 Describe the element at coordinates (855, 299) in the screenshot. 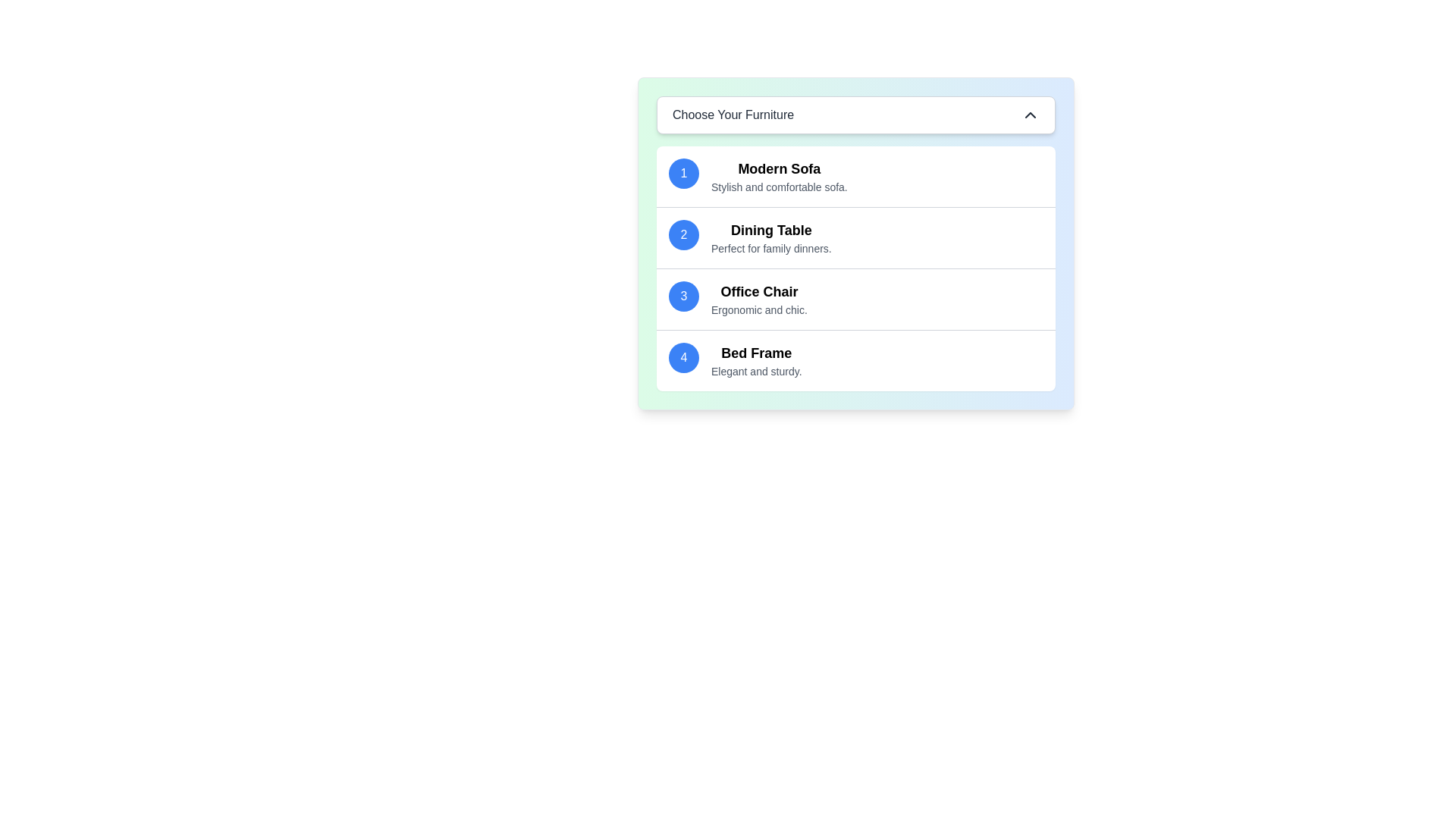

I see `the third list item which contains a blue circular badge with the number '3', a bold title 'Office Chair', and a subtitle 'Ergonomic and chic.'` at that location.